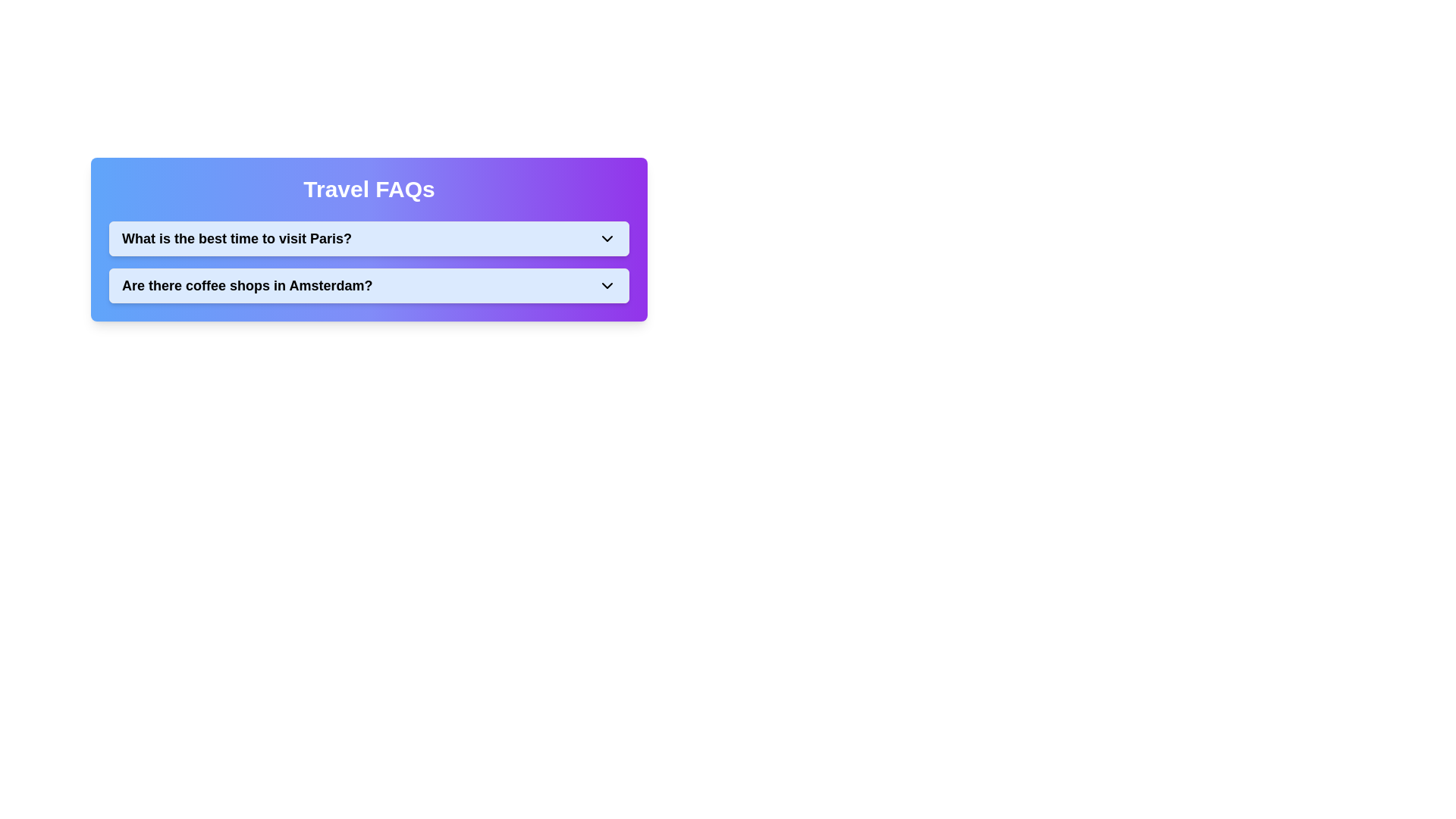  I want to click on the black downward-facing chevron icon on a light blue background, positioned to the right of the text 'Are there coffee shops in Amsterdam?', so click(607, 286).